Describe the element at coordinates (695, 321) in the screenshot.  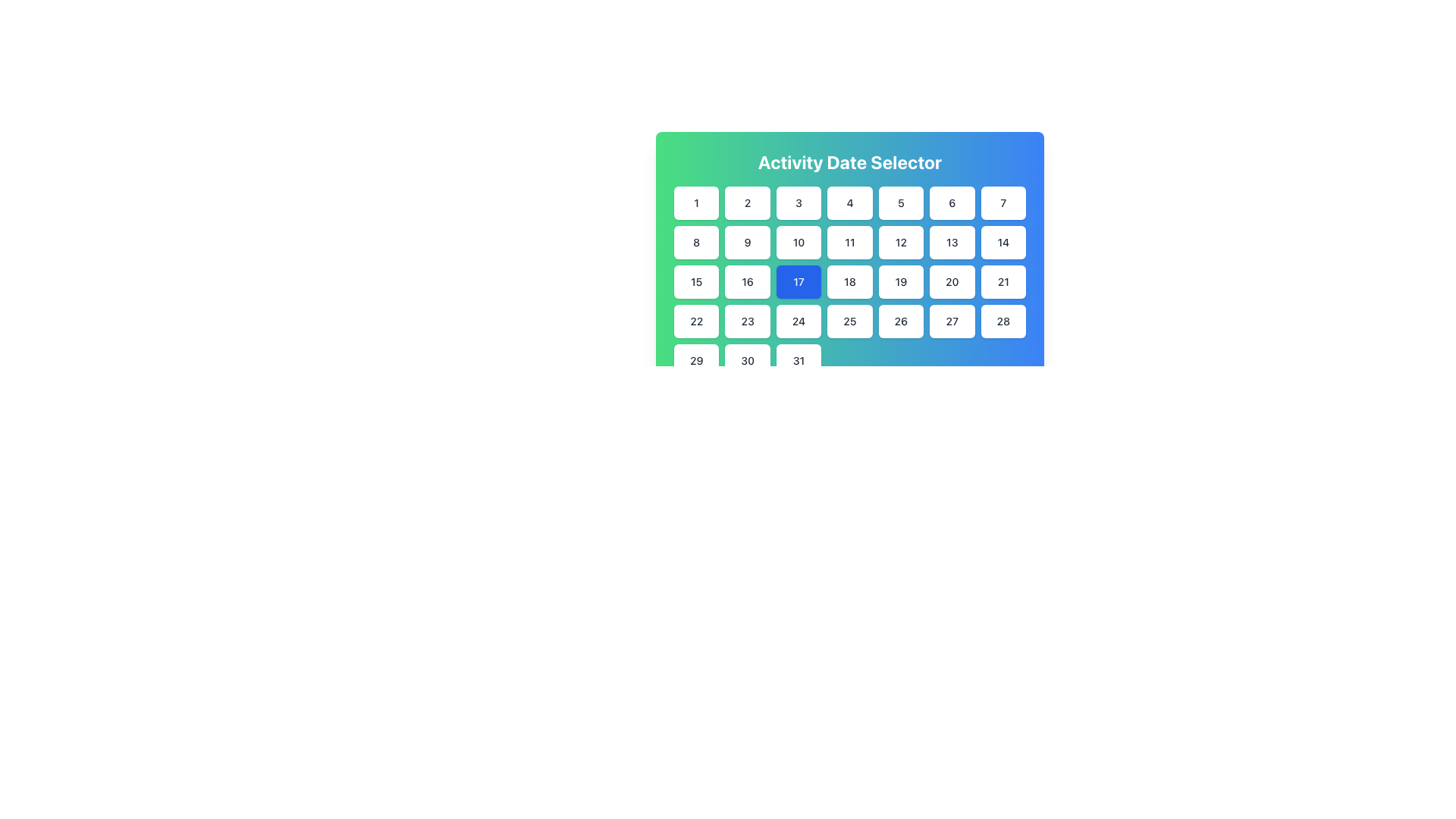
I see `the 22nd day button in the calendar interface` at that location.